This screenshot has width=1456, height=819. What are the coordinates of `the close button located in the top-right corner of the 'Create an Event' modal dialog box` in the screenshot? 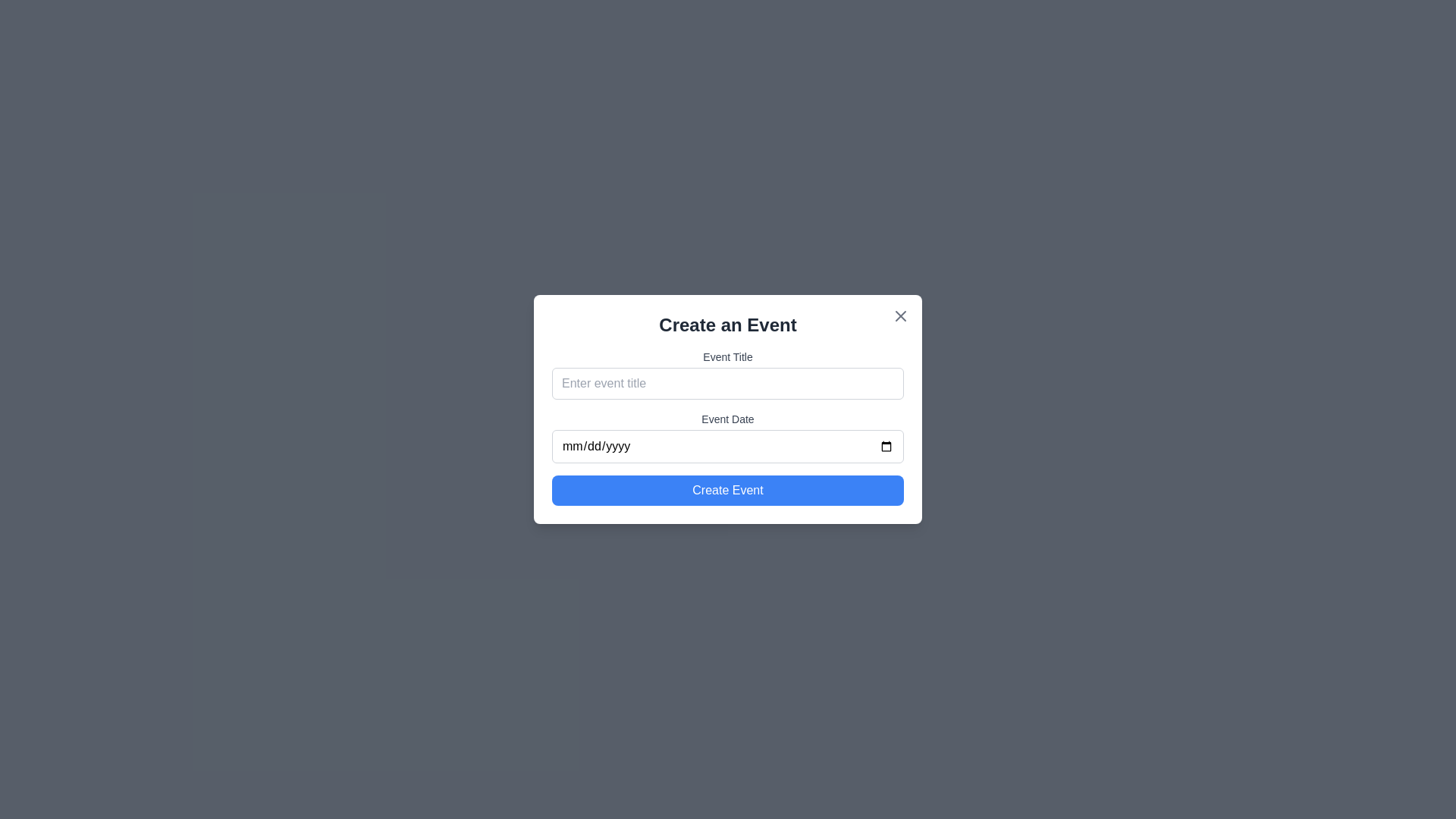 It's located at (901, 315).